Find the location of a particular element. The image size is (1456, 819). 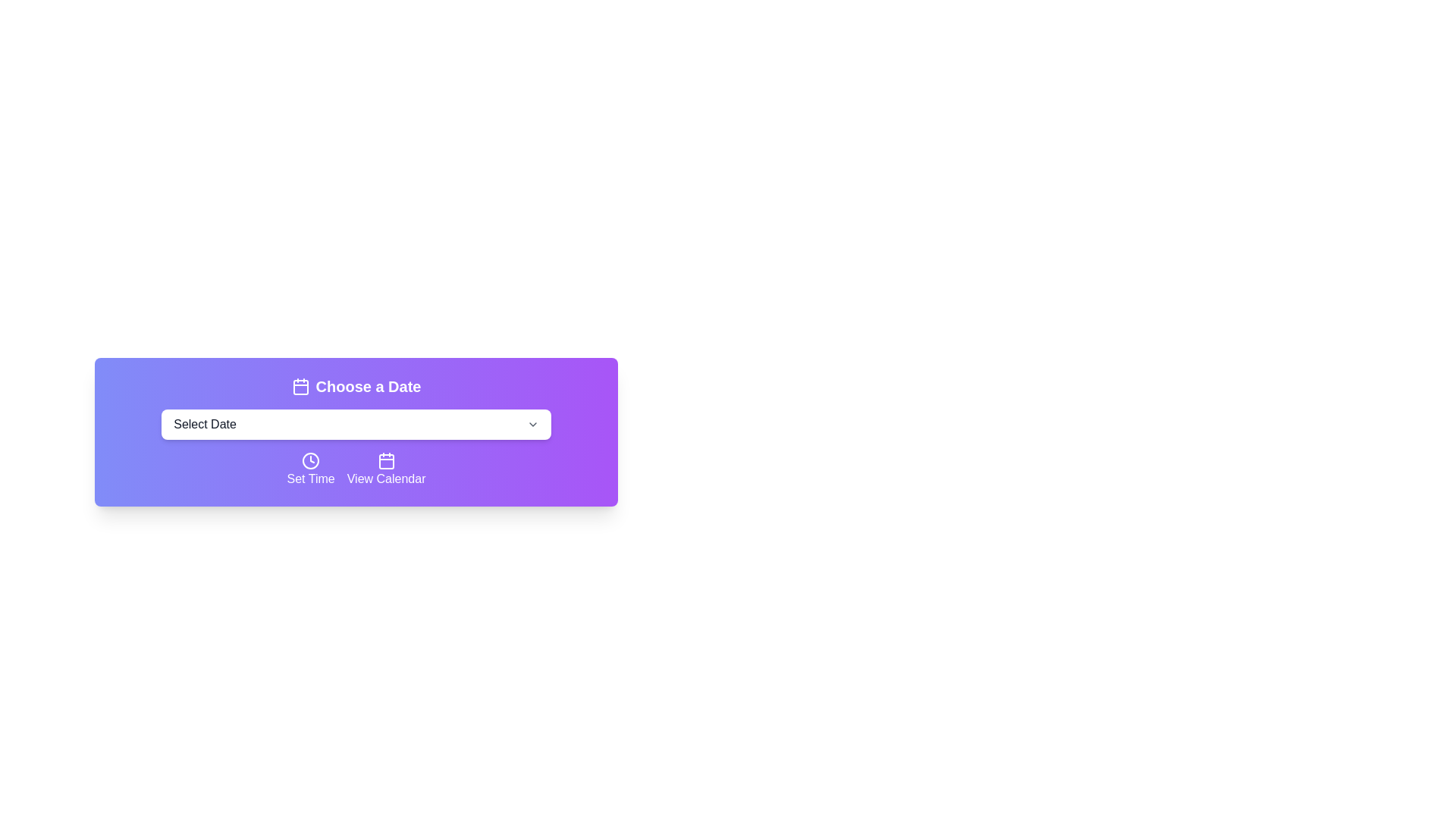

the icons of the composite UI component labeled 'Set Time' and 'View Calendar' is located at coordinates (356, 469).